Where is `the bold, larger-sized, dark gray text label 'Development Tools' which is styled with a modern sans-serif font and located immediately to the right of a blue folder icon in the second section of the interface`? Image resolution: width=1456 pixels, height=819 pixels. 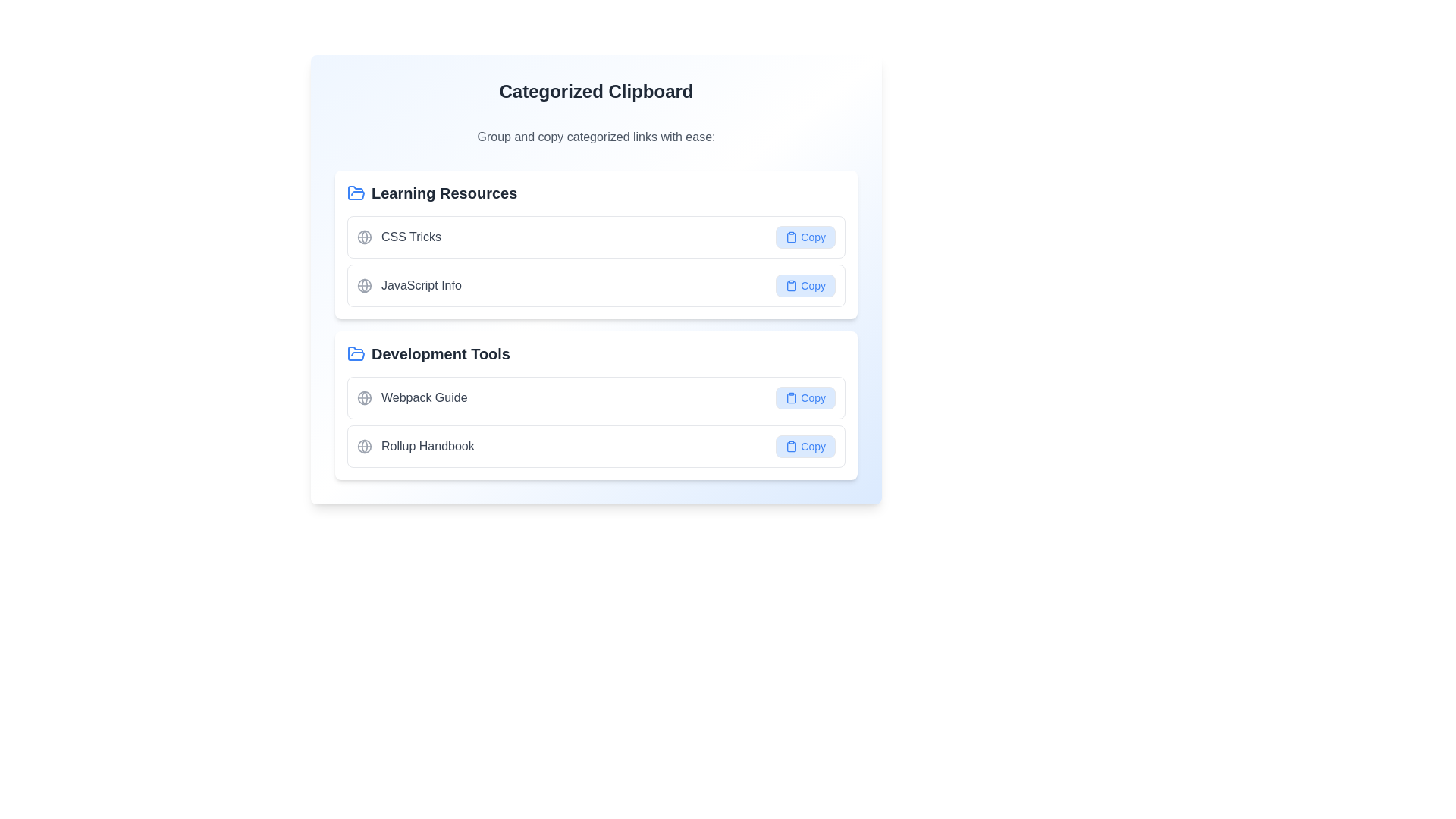 the bold, larger-sized, dark gray text label 'Development Tools' which is styled with a modern sans-serif font and located immediately to the right of a blue folder icon in the second section of the interface is located at coordinates (440, 353).